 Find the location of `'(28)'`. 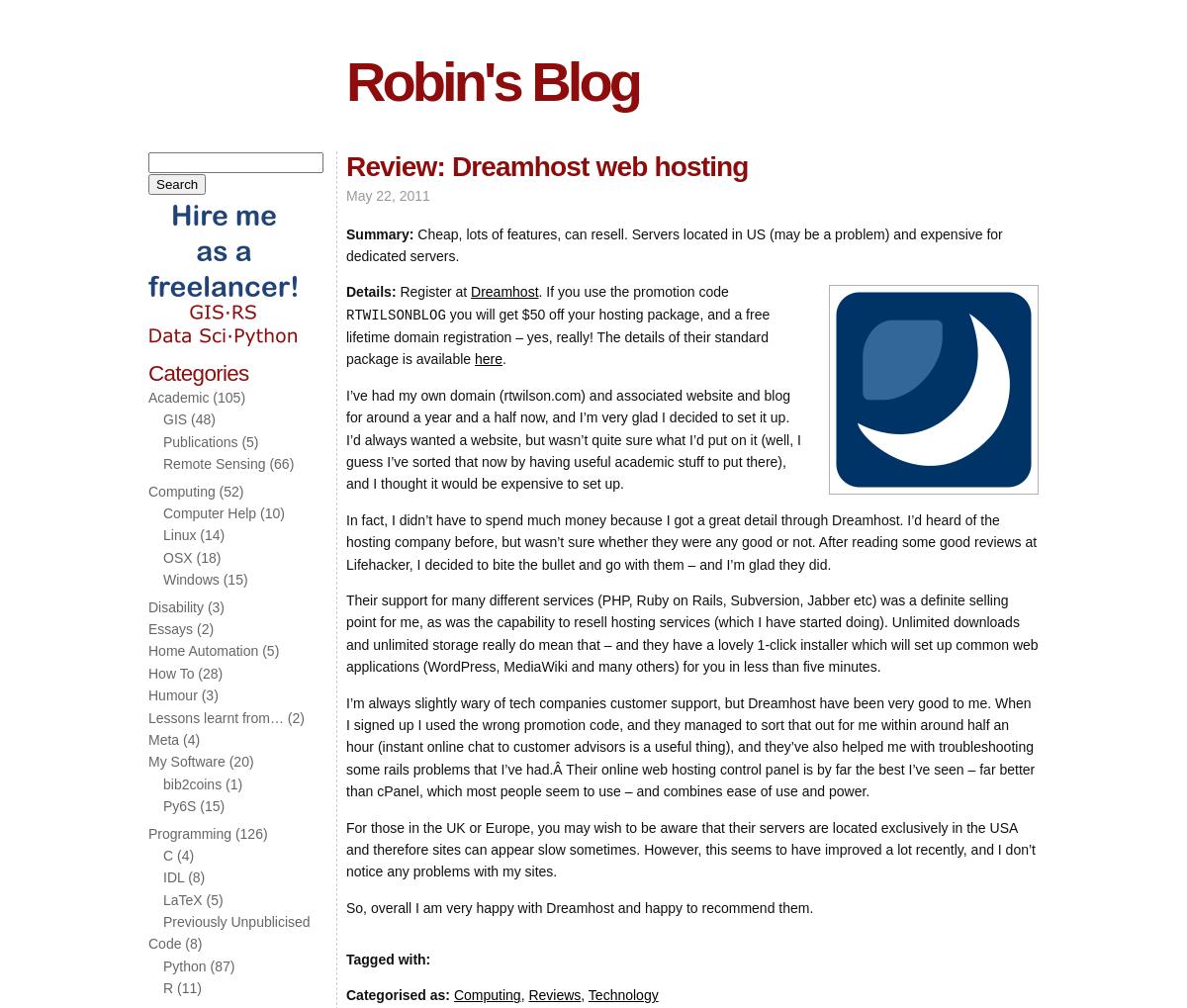

'(28)' is located at coordinates (192, 671).